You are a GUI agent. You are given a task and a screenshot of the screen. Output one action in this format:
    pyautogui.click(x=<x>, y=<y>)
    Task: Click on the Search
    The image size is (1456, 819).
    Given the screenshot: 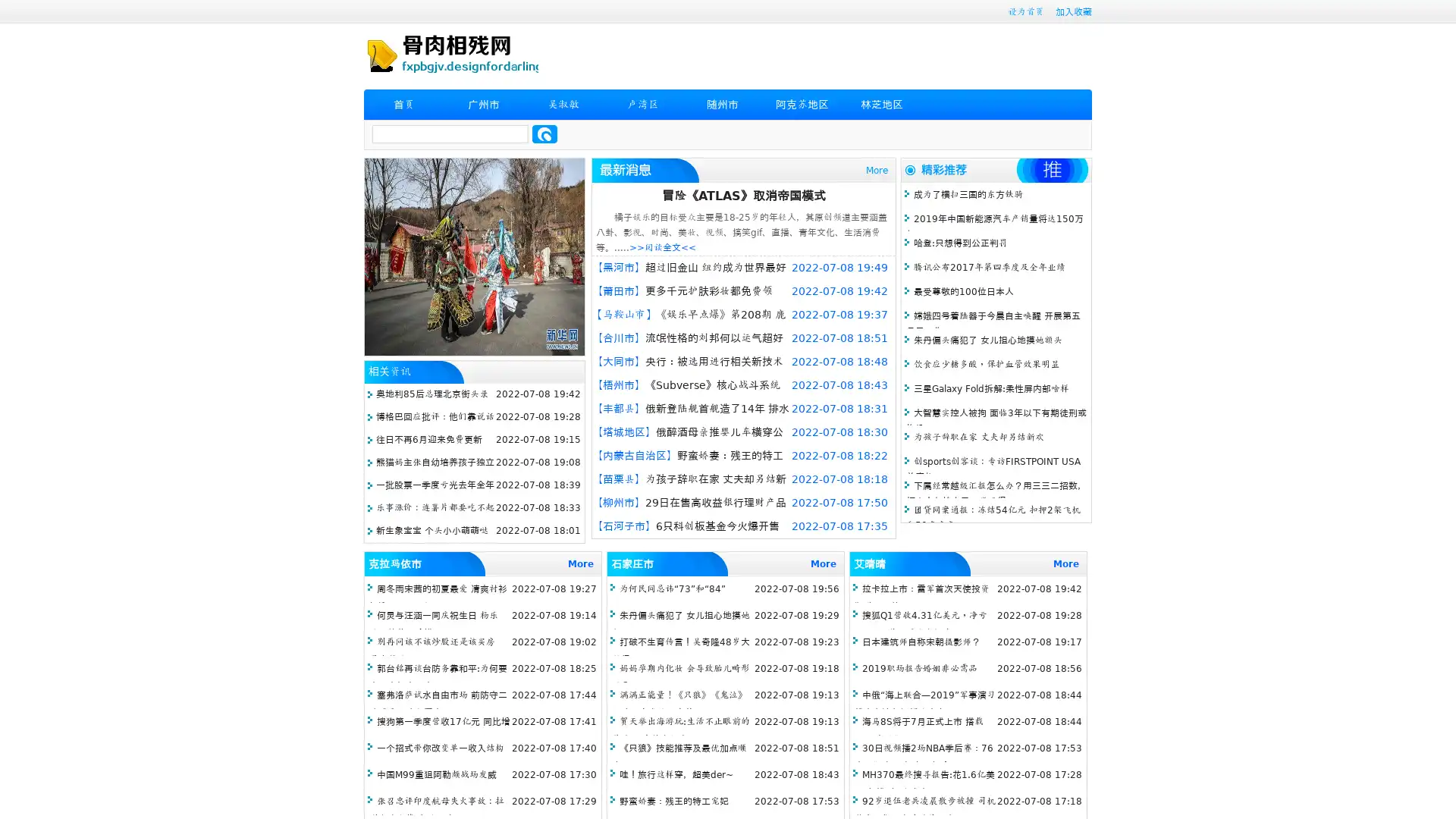 What is the action you would take?
    pyautogui.click(x=544, y=133)
    